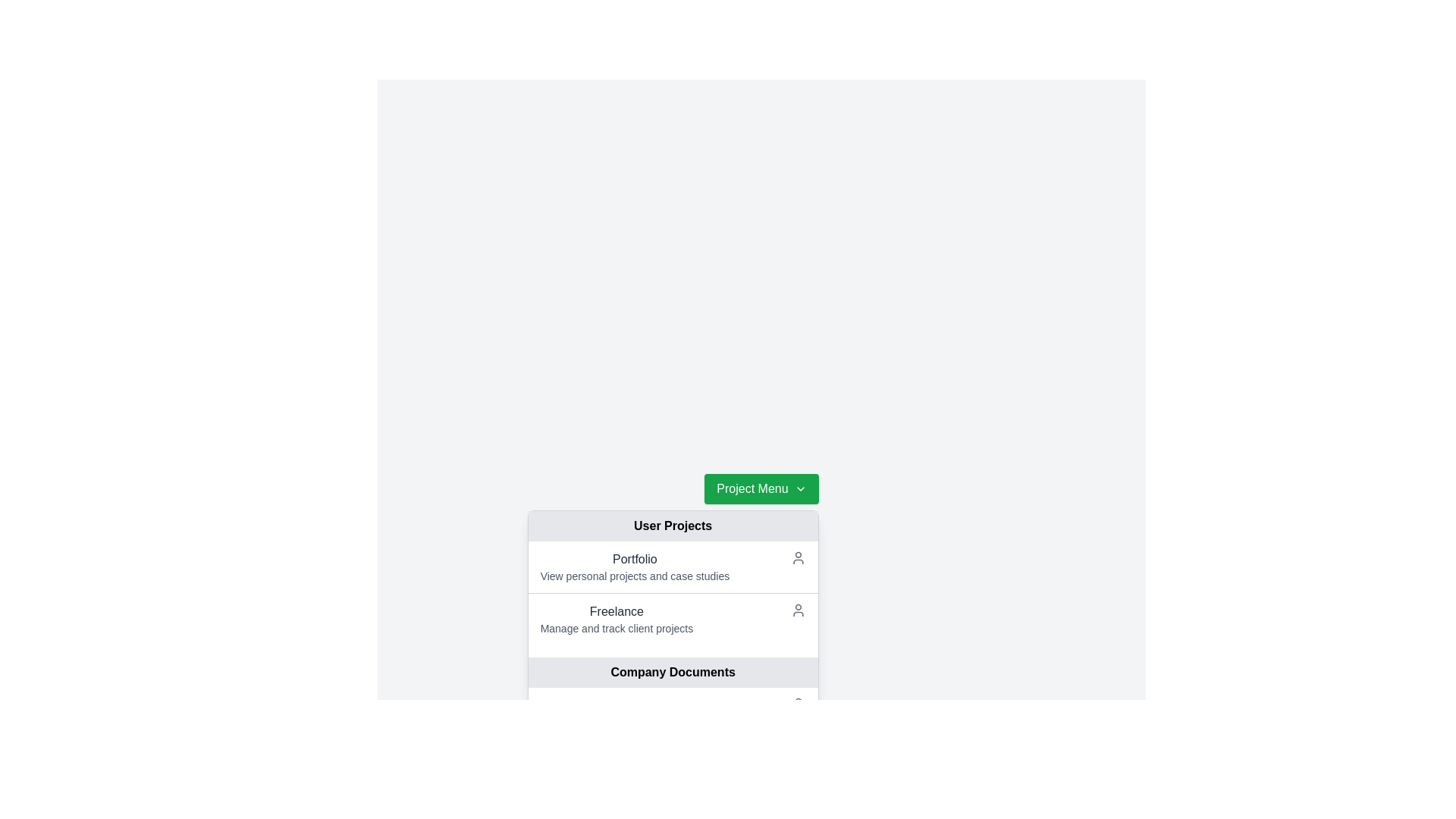  Describe the element at coordinates (672, 567) in the screenshot. I see `the first list item under the 'User Projects' section` at that location.